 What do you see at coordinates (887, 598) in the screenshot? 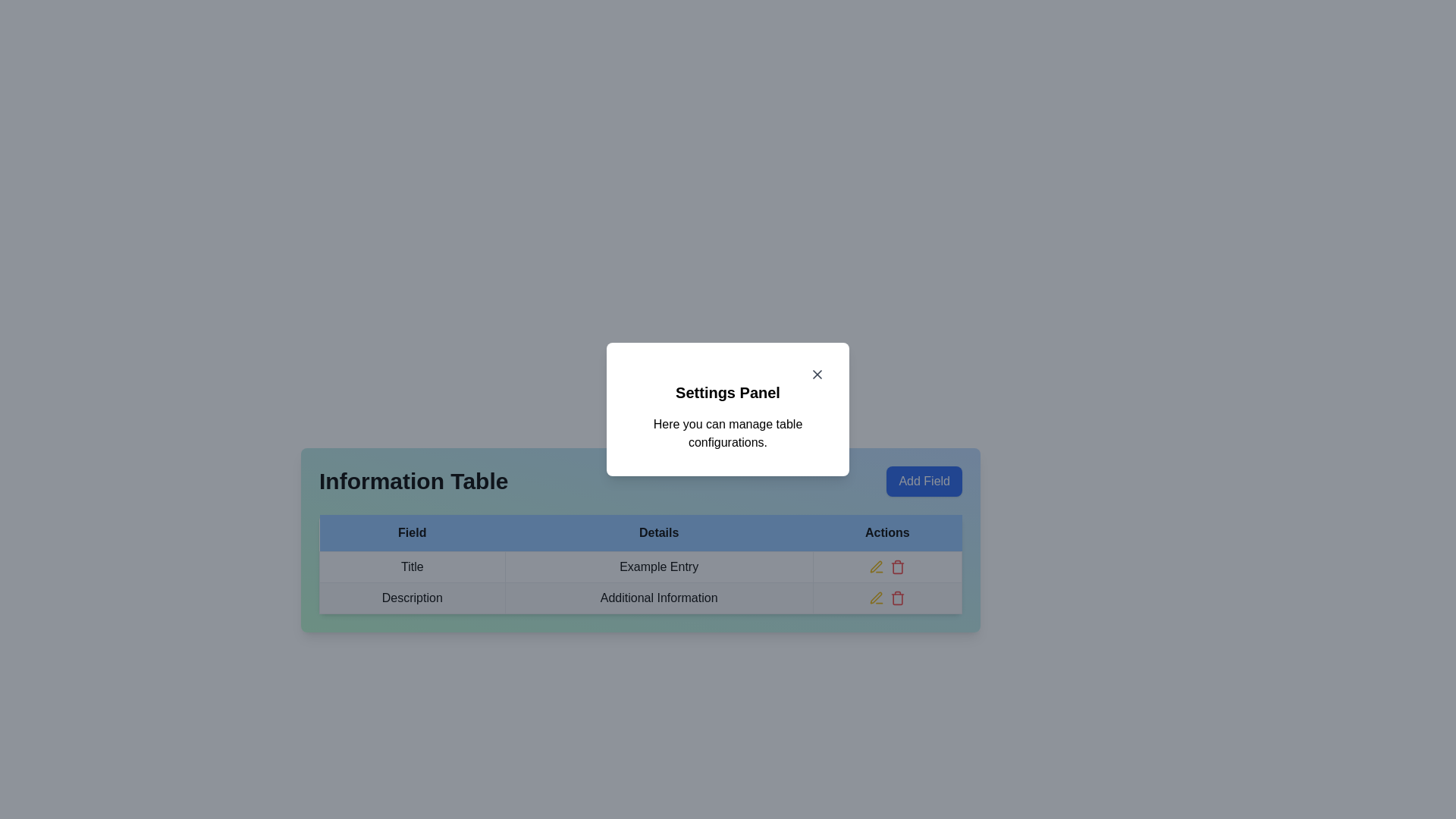
I see `the delete icon in the icon button set located at the far right of the 'Actions' row in the table for 'Additional Information'` at bounding box center [887, 598].